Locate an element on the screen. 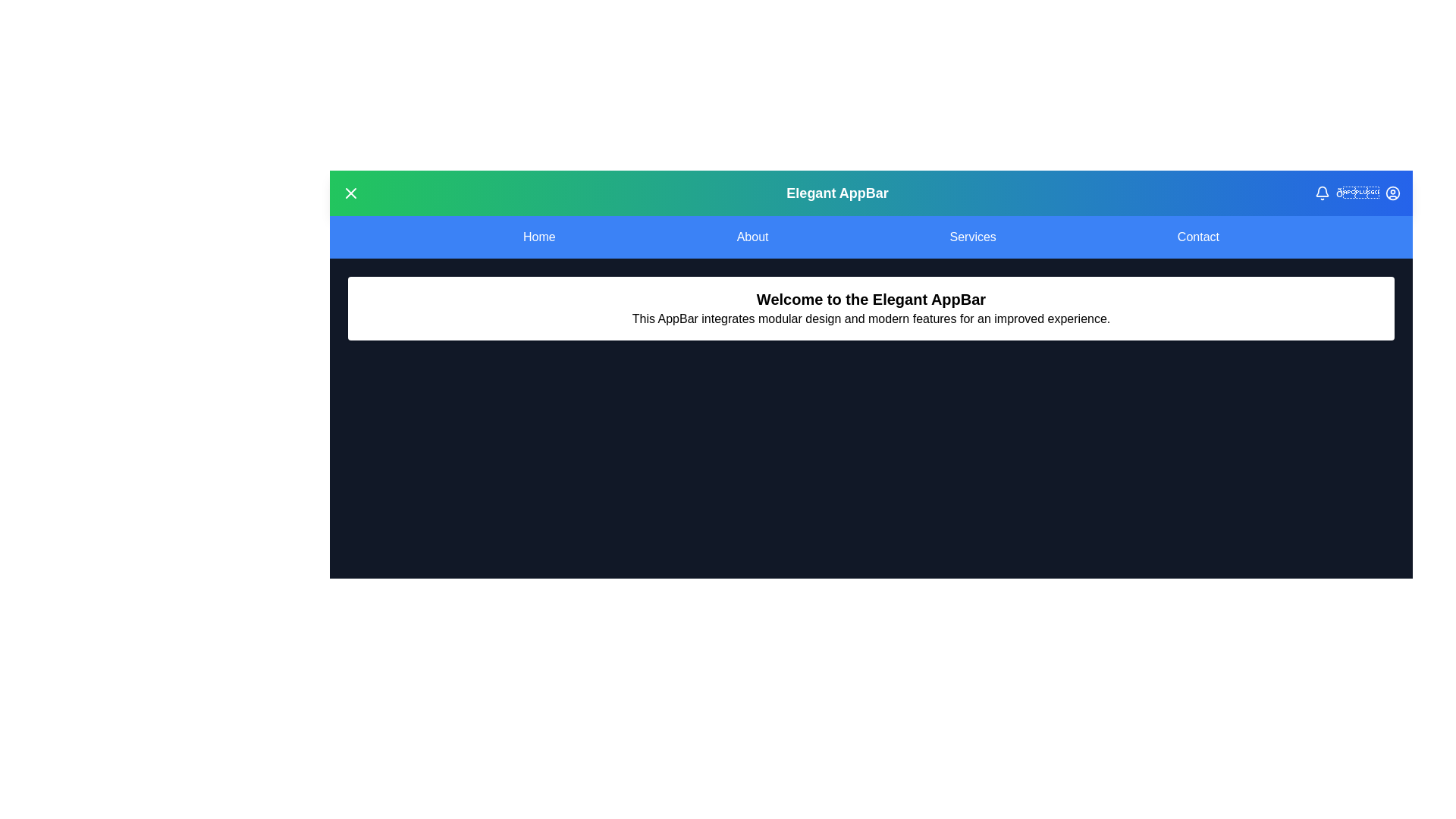 This screenshot has width=1456, height=819. the navigation button labeled Contact to navigate to the corresponding section is located at coordinates (1197, 237).